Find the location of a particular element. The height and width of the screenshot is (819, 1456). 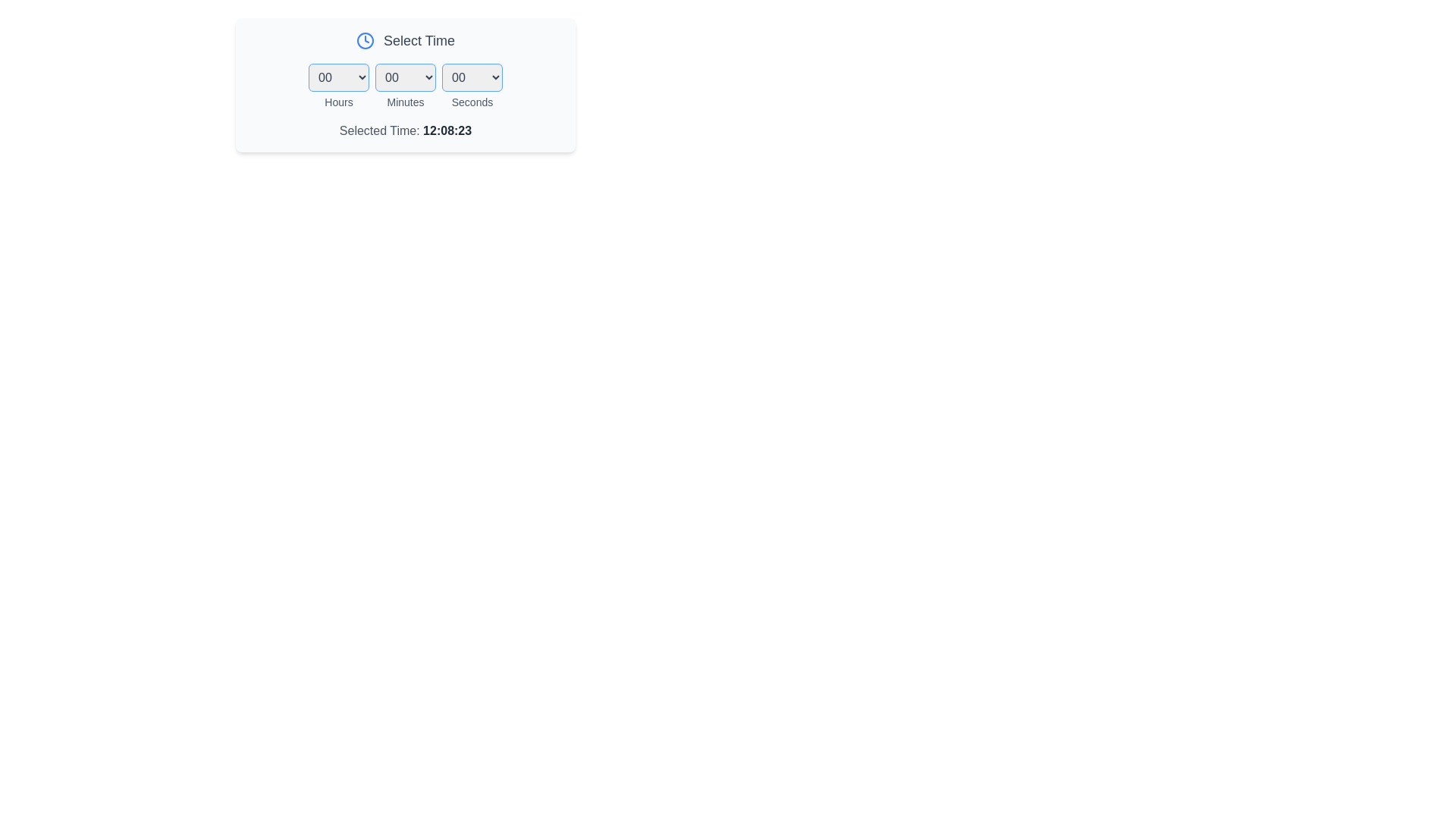

an hour value from the dropdown menu located at the first position of the trio of dropdown boxes for time input is located at coordinates (337, 86).